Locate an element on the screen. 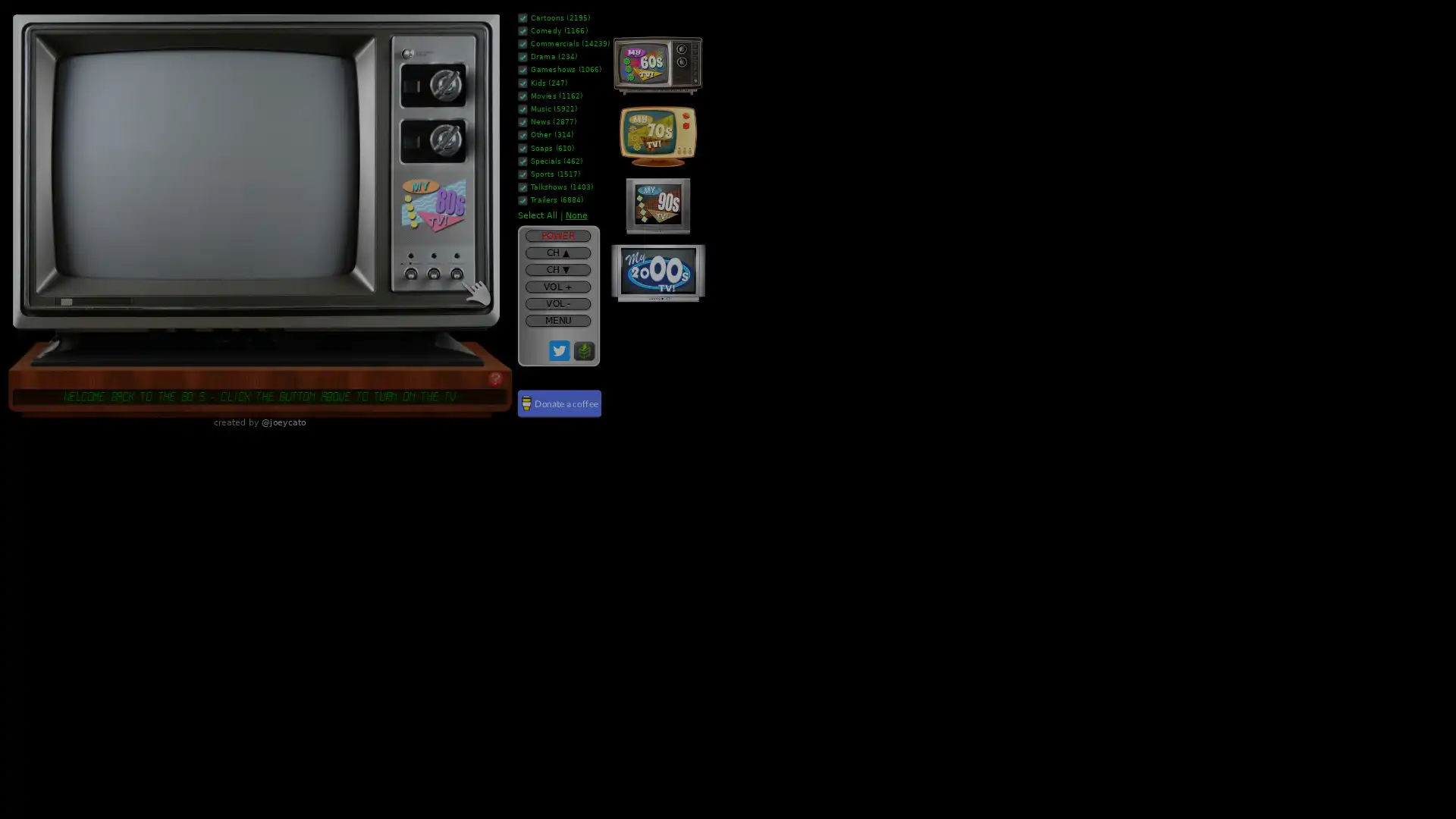  POWER is located at coordinates (557, 236).